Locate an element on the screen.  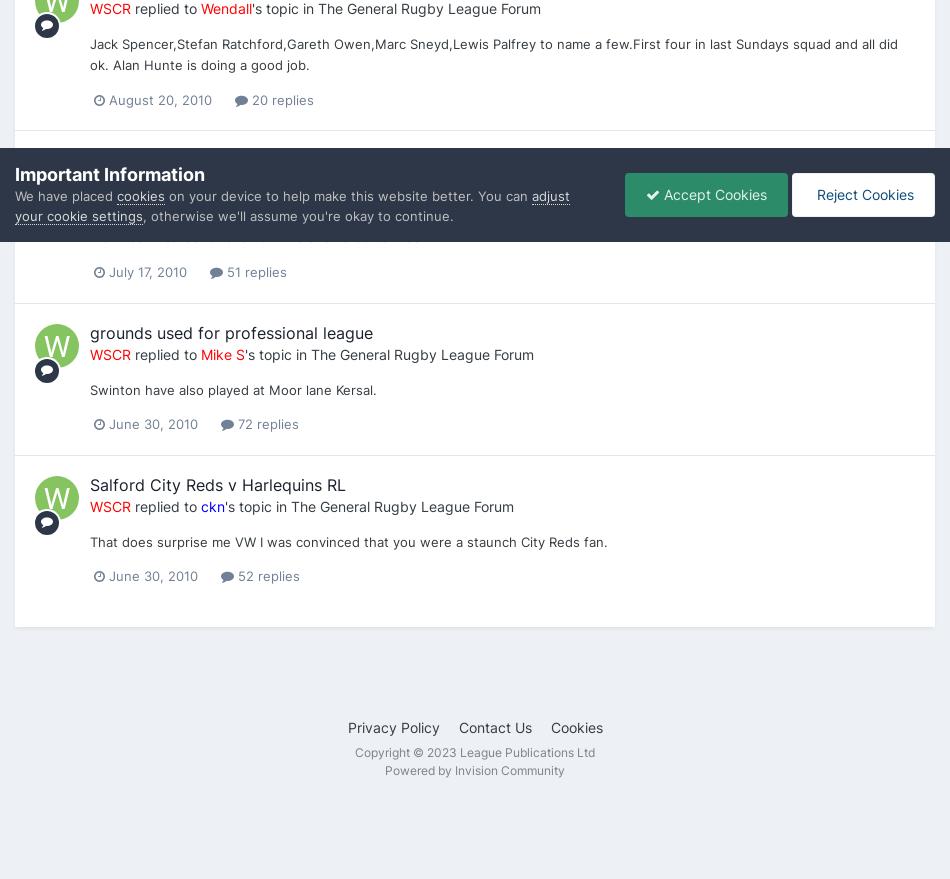
'cookies' is located at coordinates (140, 195).